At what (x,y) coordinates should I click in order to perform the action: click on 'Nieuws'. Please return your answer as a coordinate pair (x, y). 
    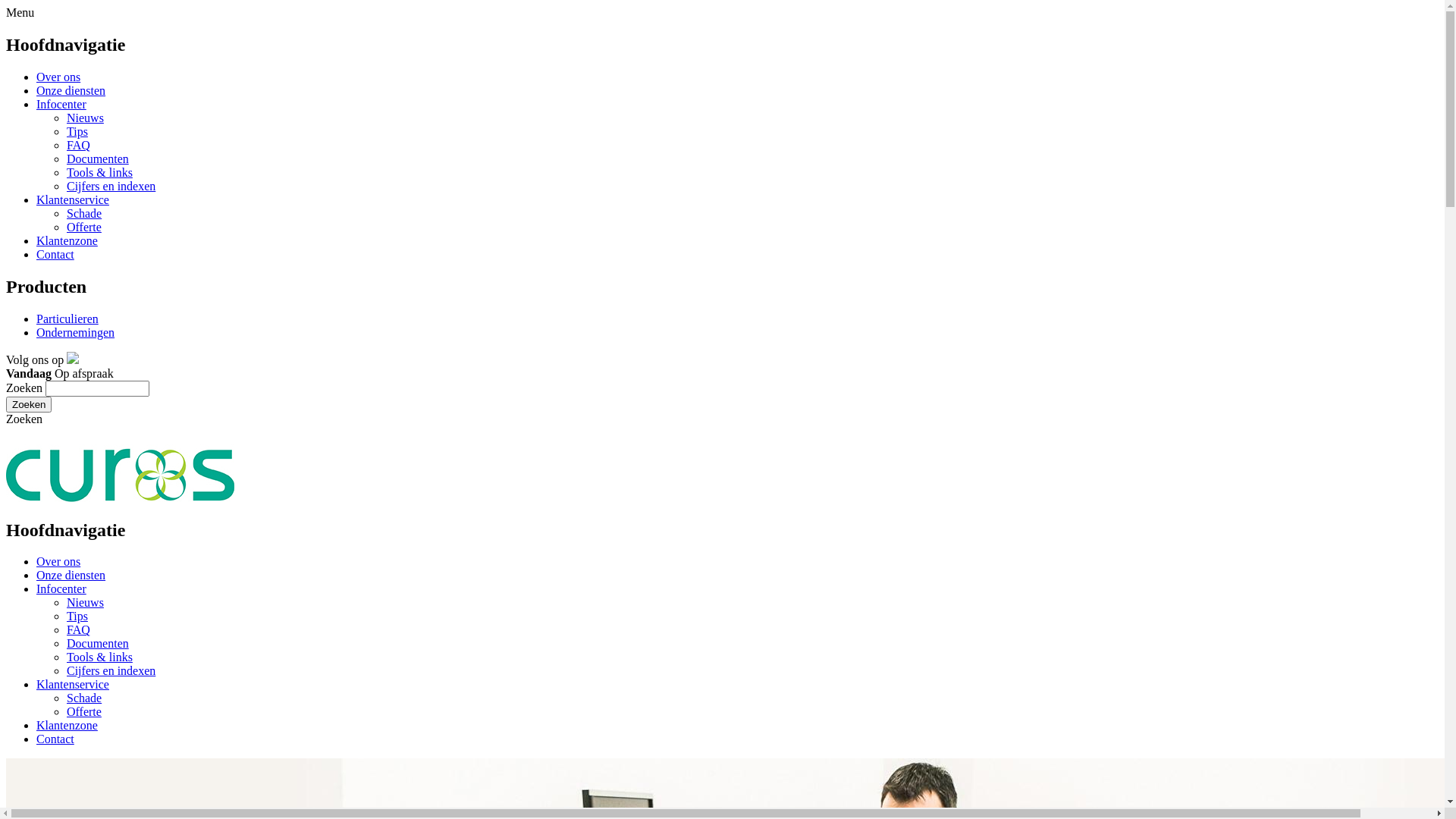
    Looking at the image, I should click on (84, 117).